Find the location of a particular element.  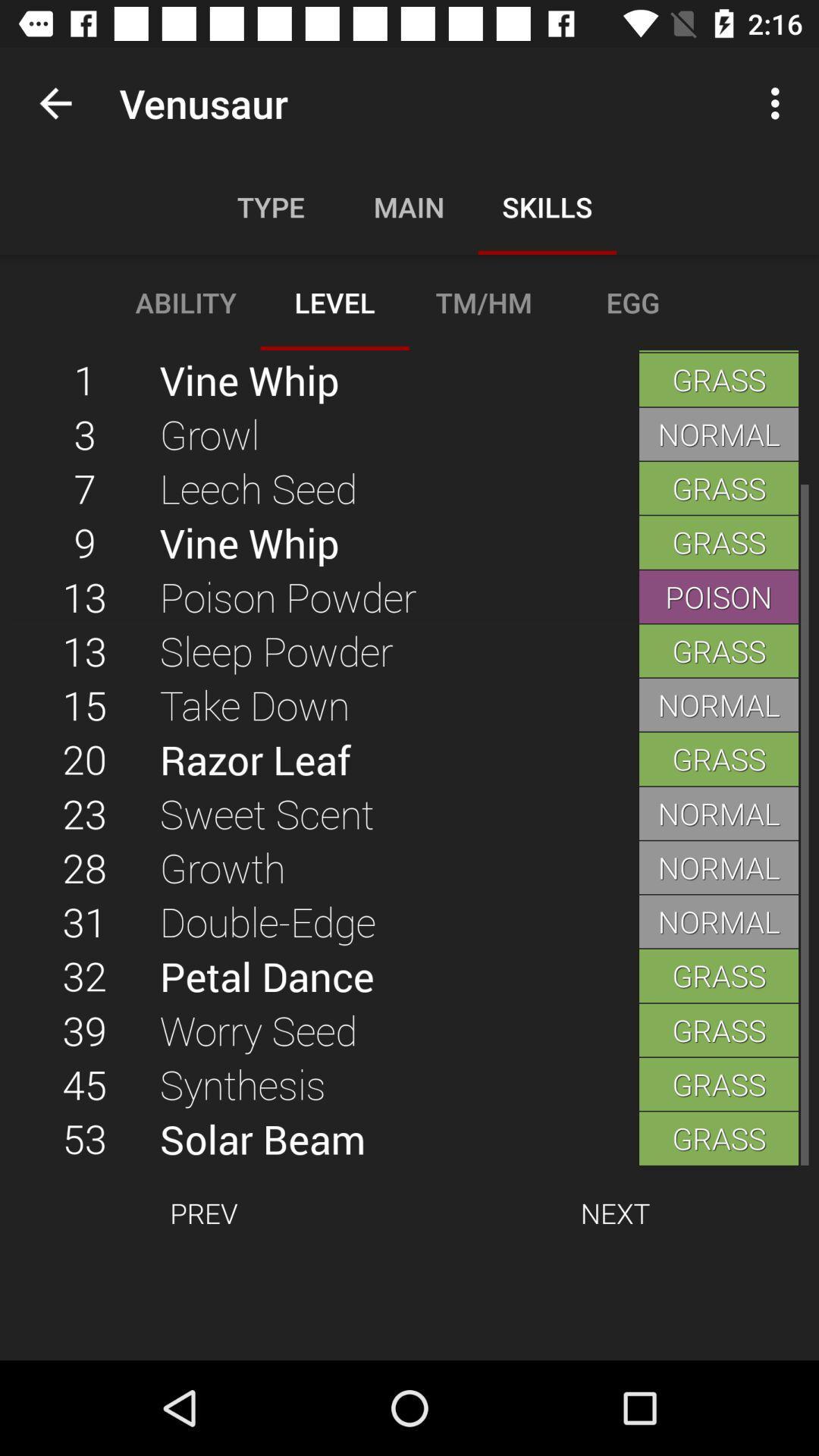

the item next to the normal icon is located at coordinates (398, 759).